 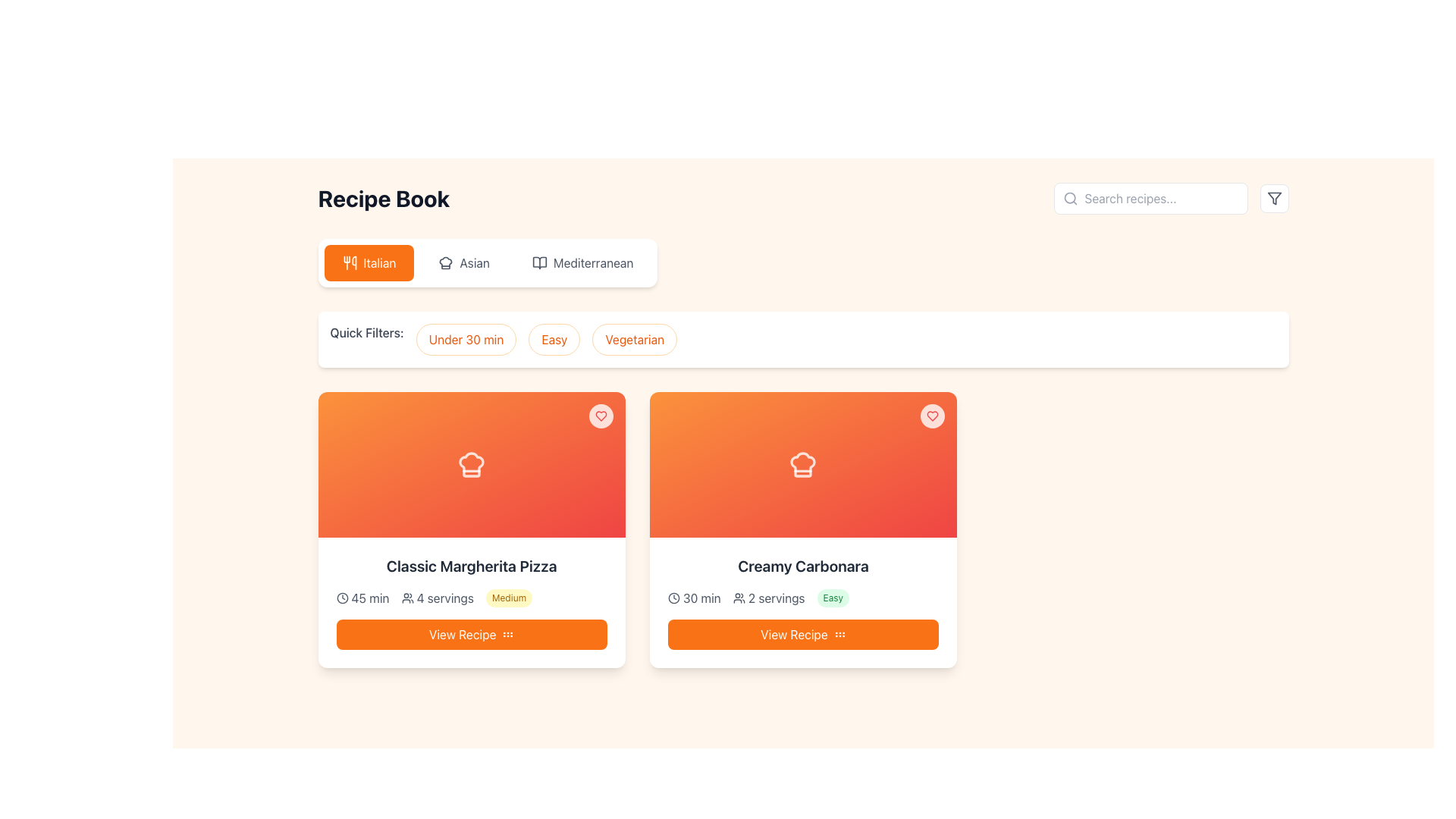 I want to click on the orange rectangular button labeled 'View Recipe' located at the bottom center of the 'Classic Margherita Pizza' card to trigger its color change effect, so click(x=471, y=635).